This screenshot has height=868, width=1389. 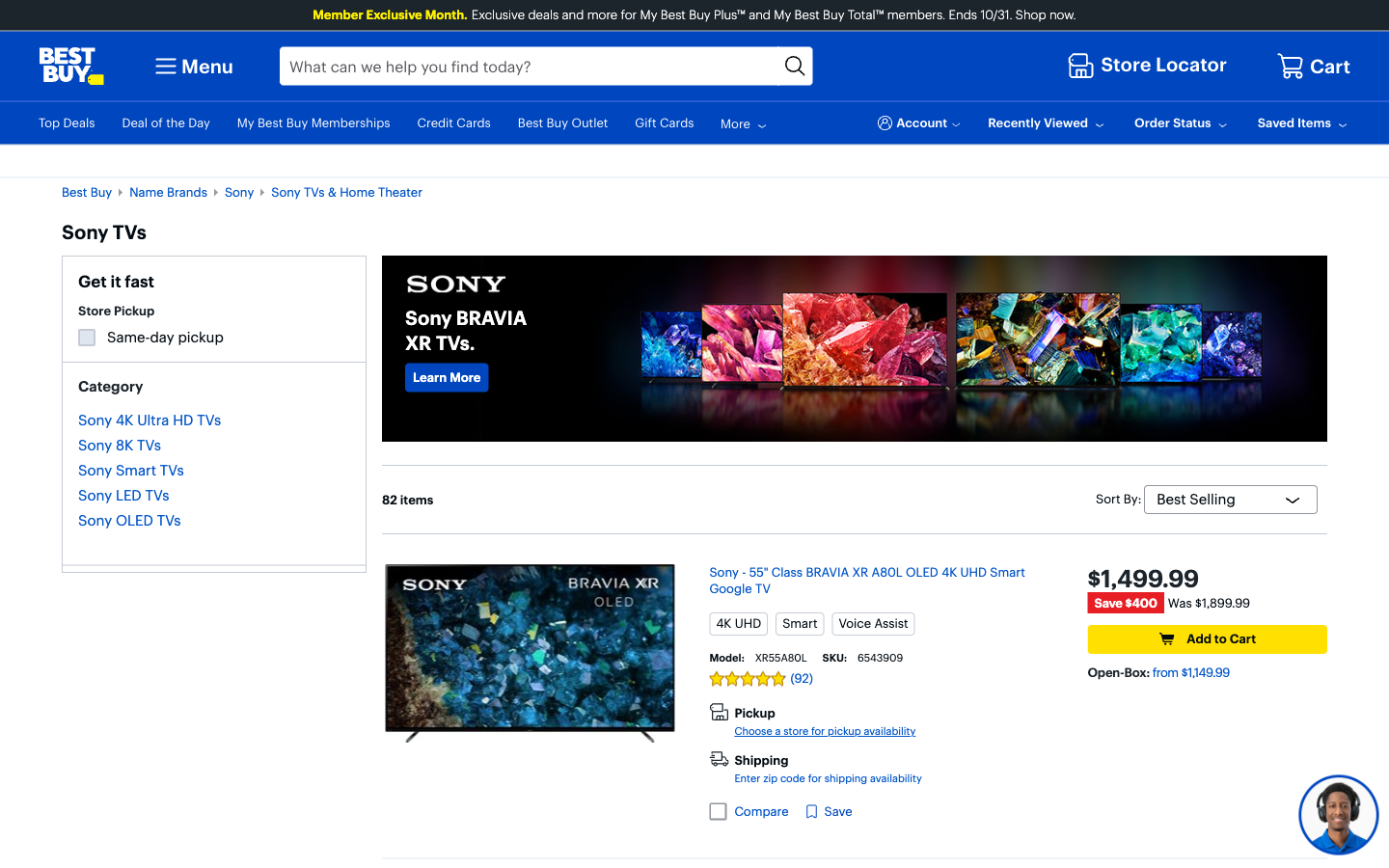 I want to click on the first item in the recently viewed drop down menu, so click(x=1047, y=122).